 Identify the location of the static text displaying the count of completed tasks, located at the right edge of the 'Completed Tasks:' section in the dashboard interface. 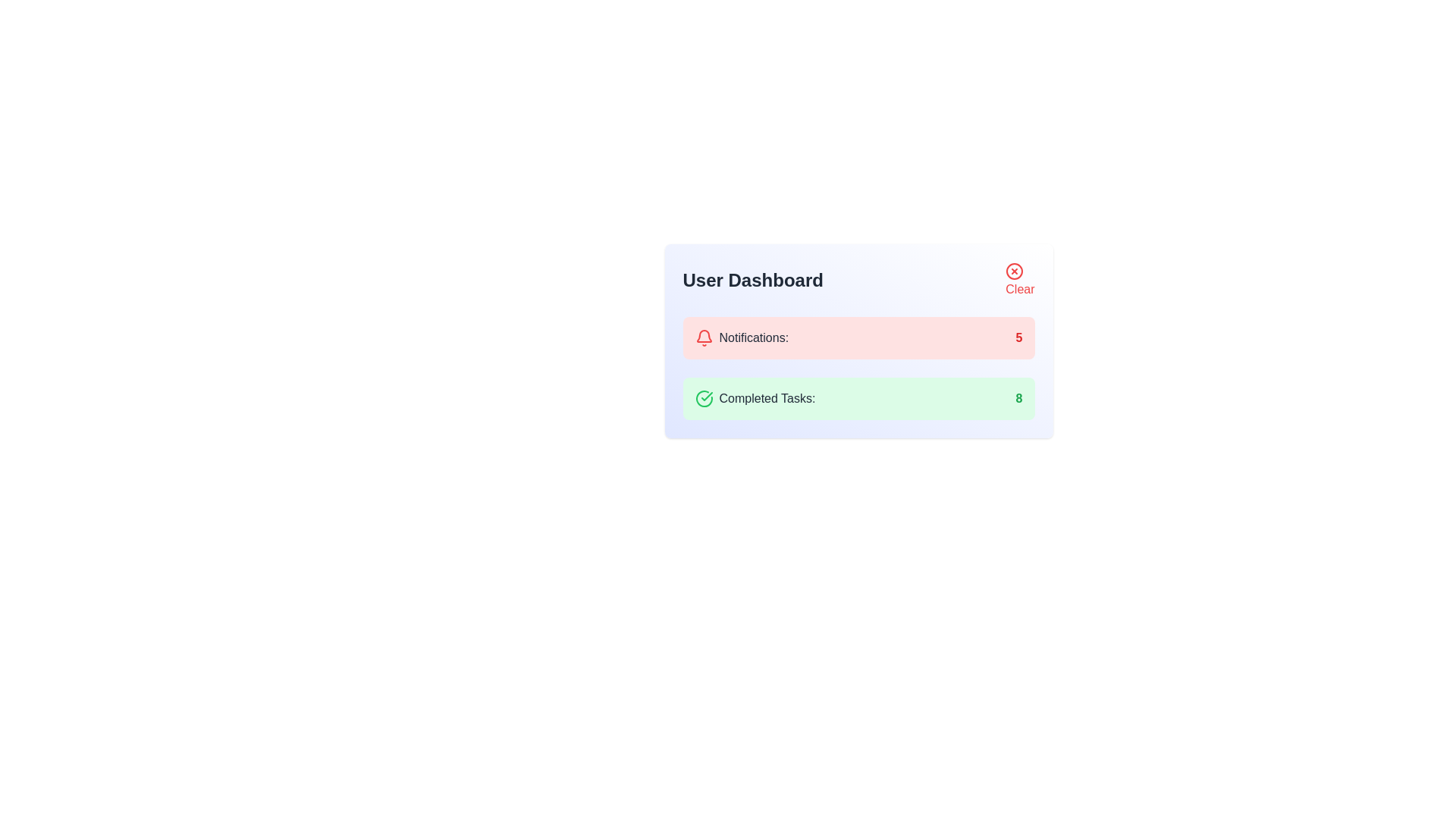
(1019, 397).